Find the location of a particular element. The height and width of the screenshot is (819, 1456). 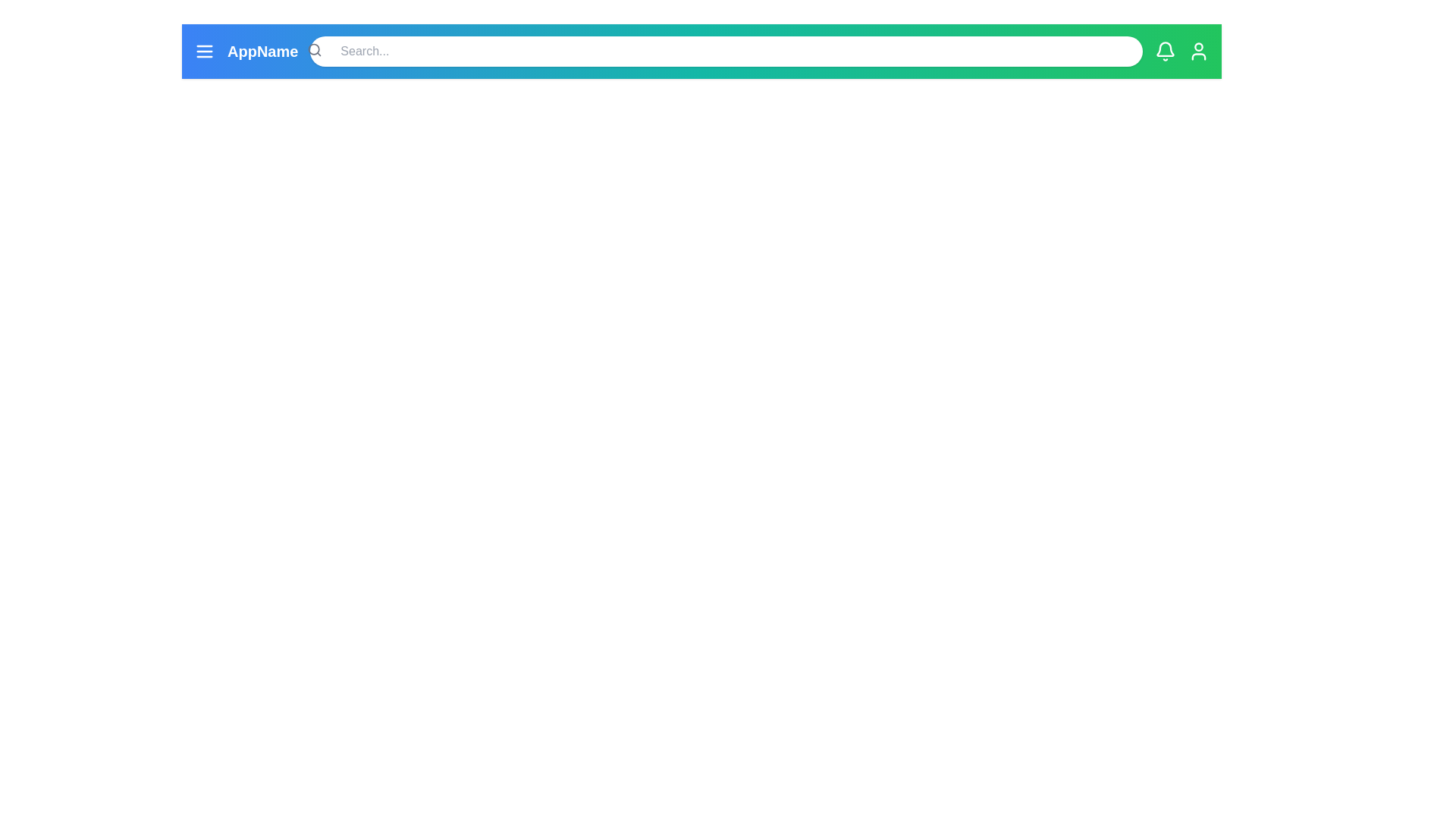

the menu icon to open the menu is located at coordinates (203, 51).